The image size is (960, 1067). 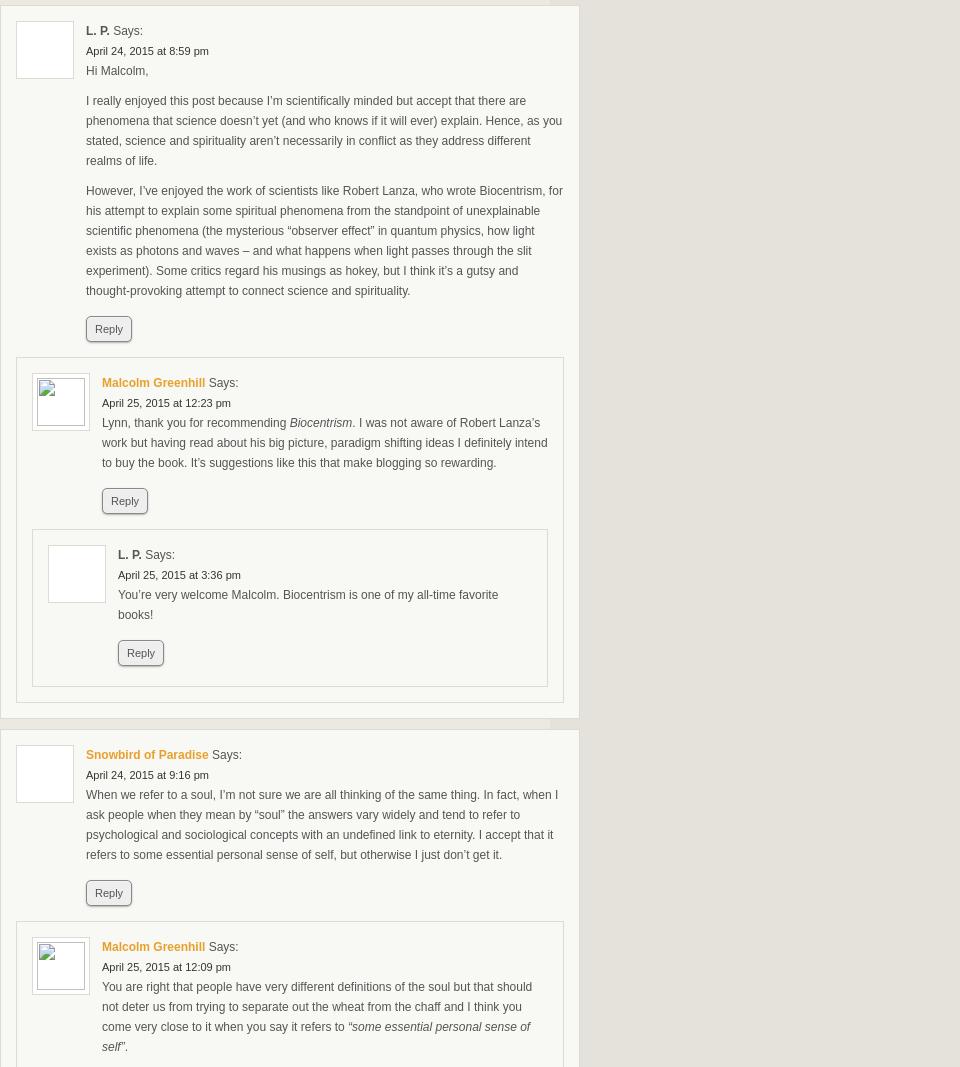 What do you see at coordinates (324, 442) in the screenshot?
I see `'. I was not aware of Robert Lanza’s work but having read about his big picture, paradigm shifting ideas I definitely intend to buy the book. It’s suggestions like this that make blogging so rewarding.'` at bounding box center [324, 442].